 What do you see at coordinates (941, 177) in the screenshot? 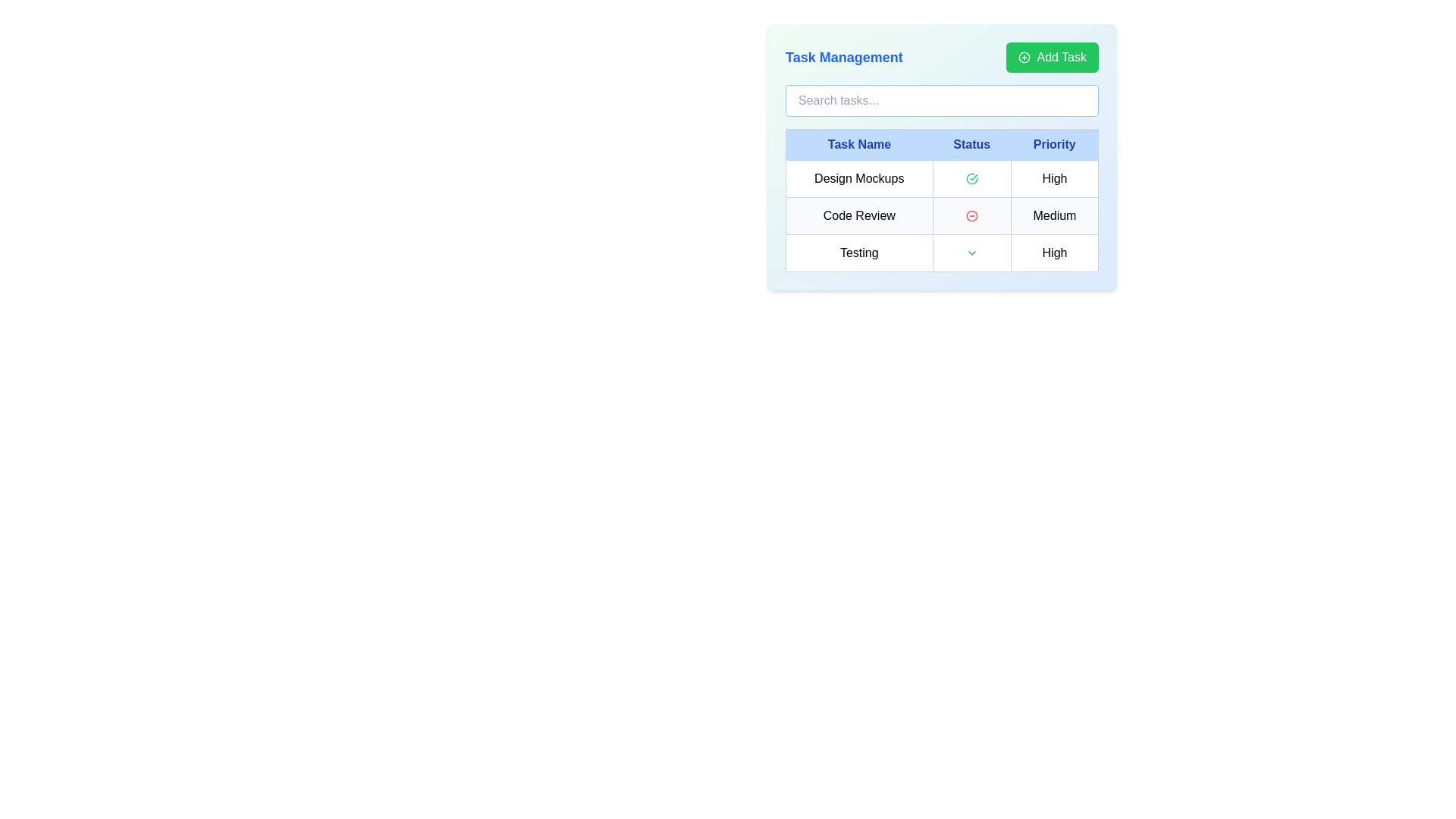
I see `the first row of the task table that displays the task name 'Design Mockups', a green checkmark status indicator, and a priority level of 'High'` at bounding box center [941, 177].